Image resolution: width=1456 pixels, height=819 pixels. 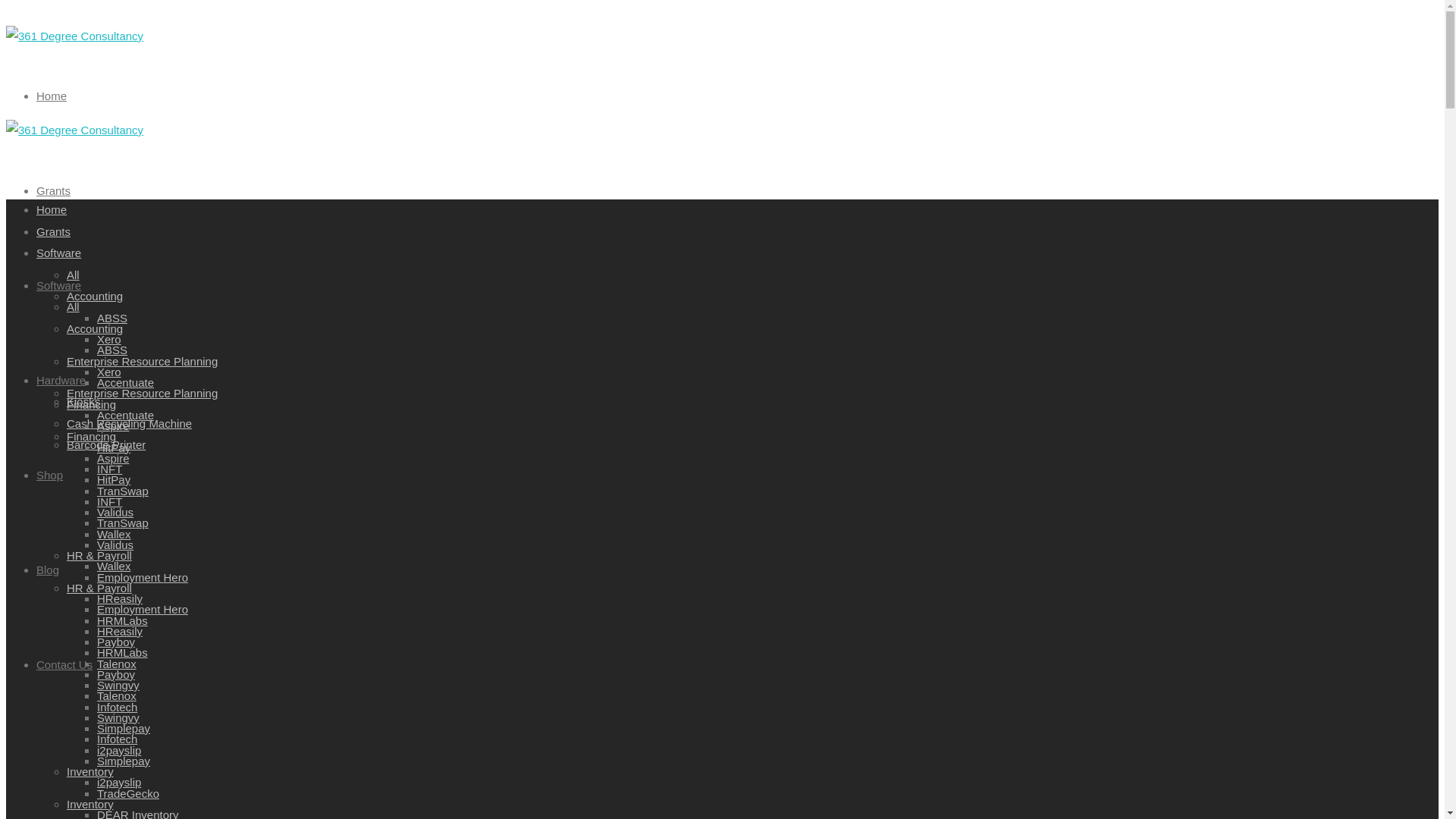 What do you see at coordinates (108, 500) in the screenshot?
I see `'INFT'` at bounding box center [108, 500].